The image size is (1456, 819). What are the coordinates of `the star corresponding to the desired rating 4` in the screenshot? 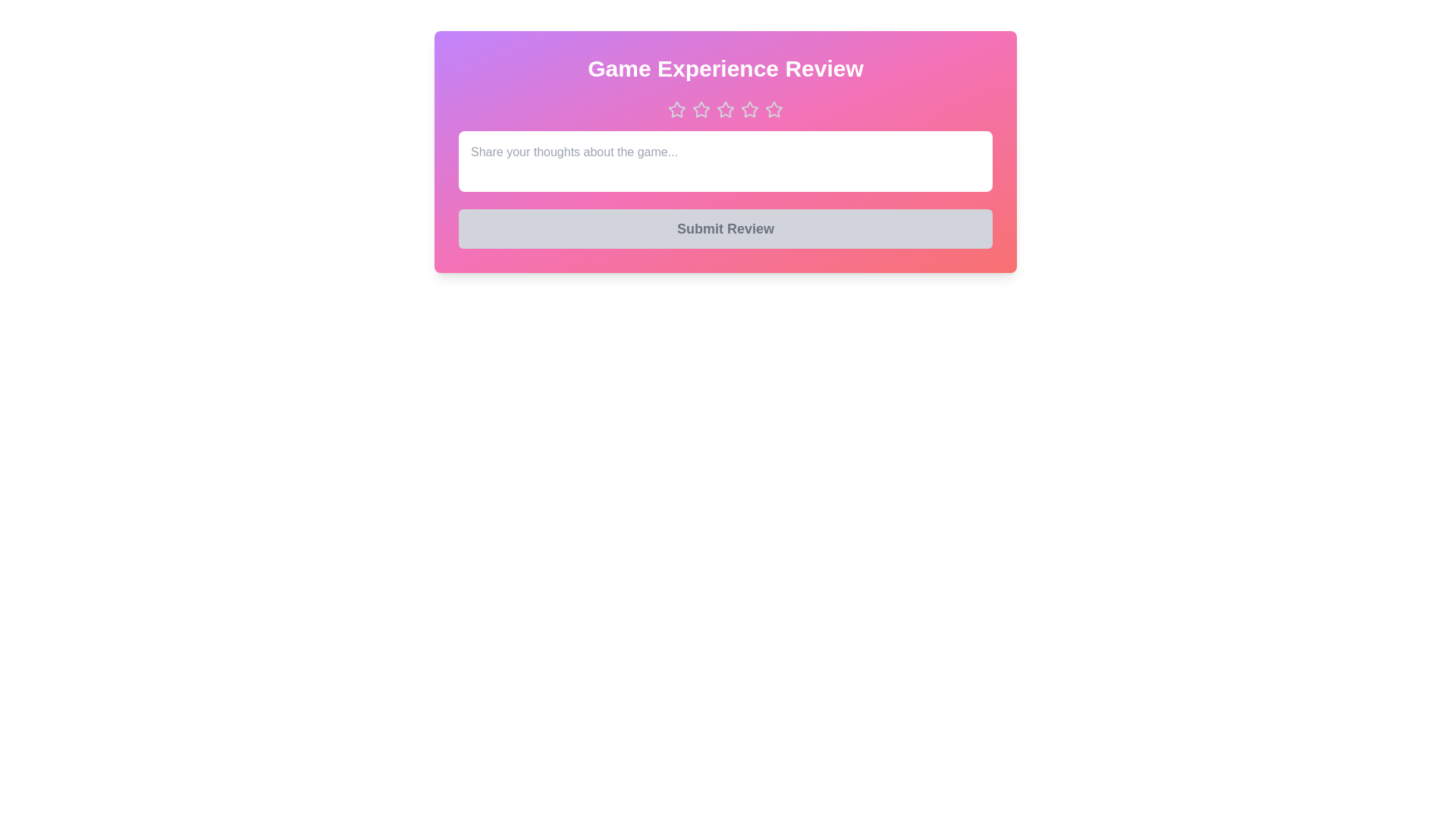 It's located at (749, 109).